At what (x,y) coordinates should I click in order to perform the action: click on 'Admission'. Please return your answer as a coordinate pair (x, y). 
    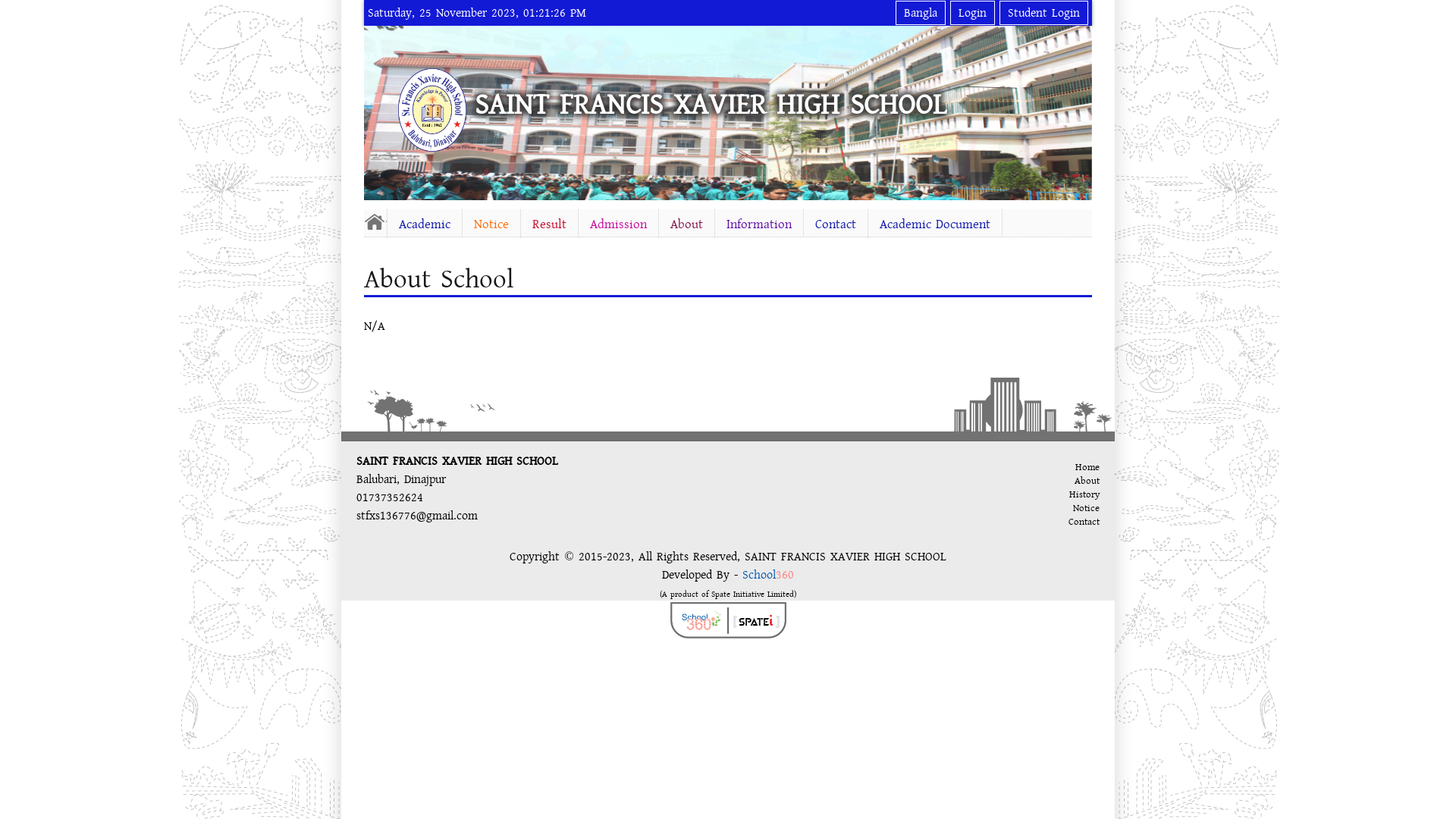
    Looking at the image, I should click on (618, 224).